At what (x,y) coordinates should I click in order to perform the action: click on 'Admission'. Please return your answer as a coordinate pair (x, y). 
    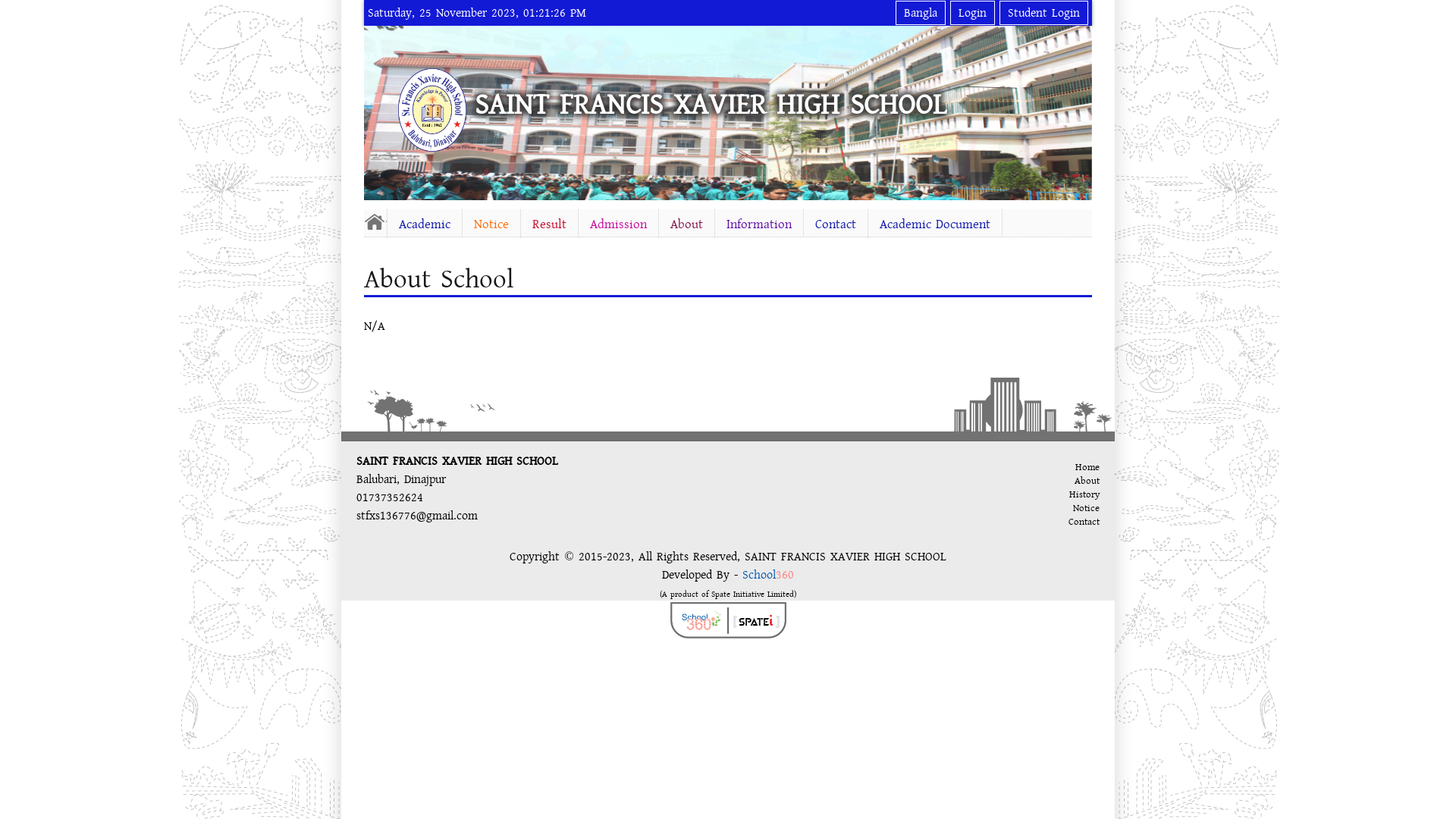
    Looking at the image, I should click on (618, 224).